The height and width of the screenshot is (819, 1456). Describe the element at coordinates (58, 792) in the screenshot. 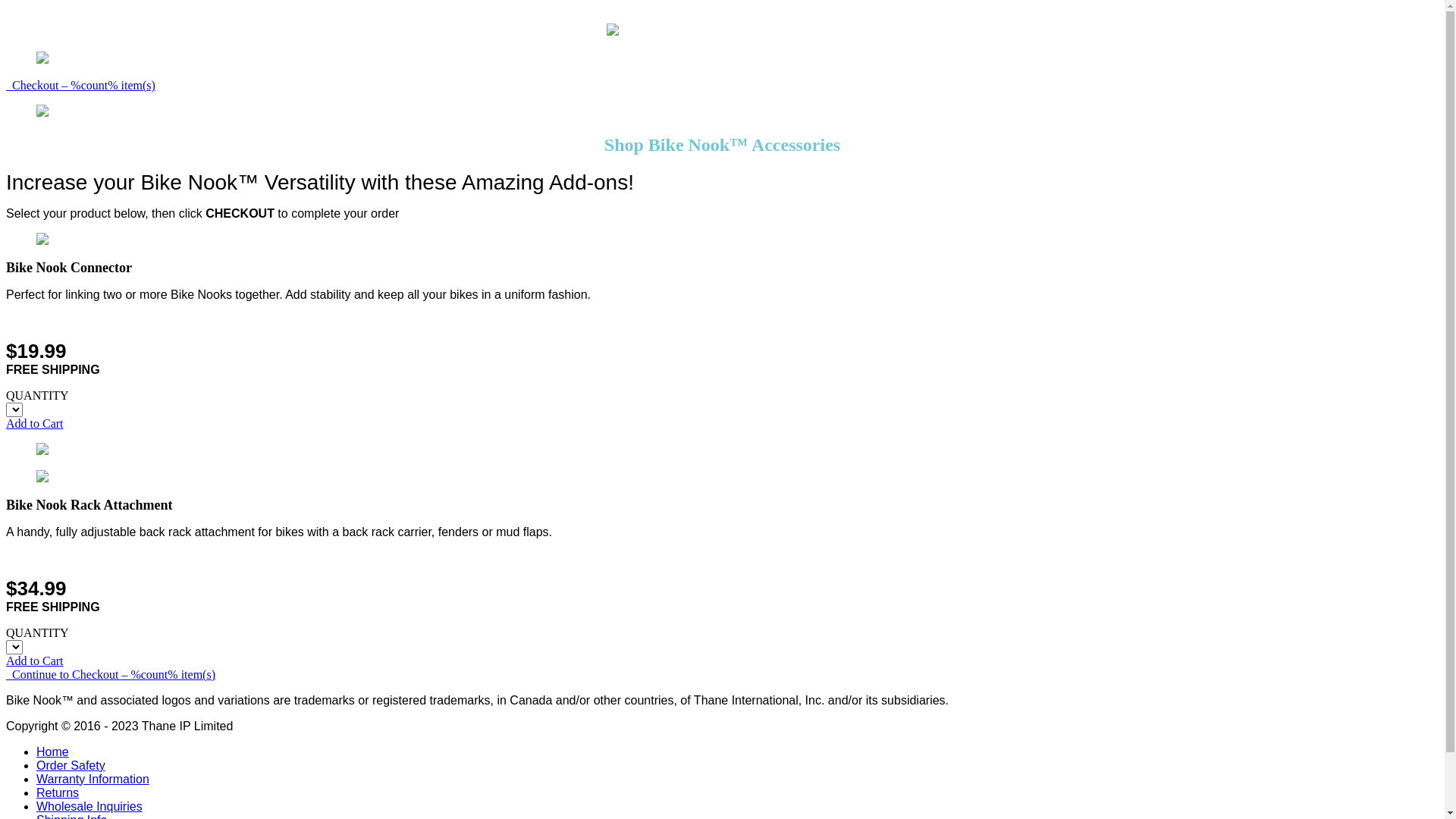

I see `'Returns'` at that location.